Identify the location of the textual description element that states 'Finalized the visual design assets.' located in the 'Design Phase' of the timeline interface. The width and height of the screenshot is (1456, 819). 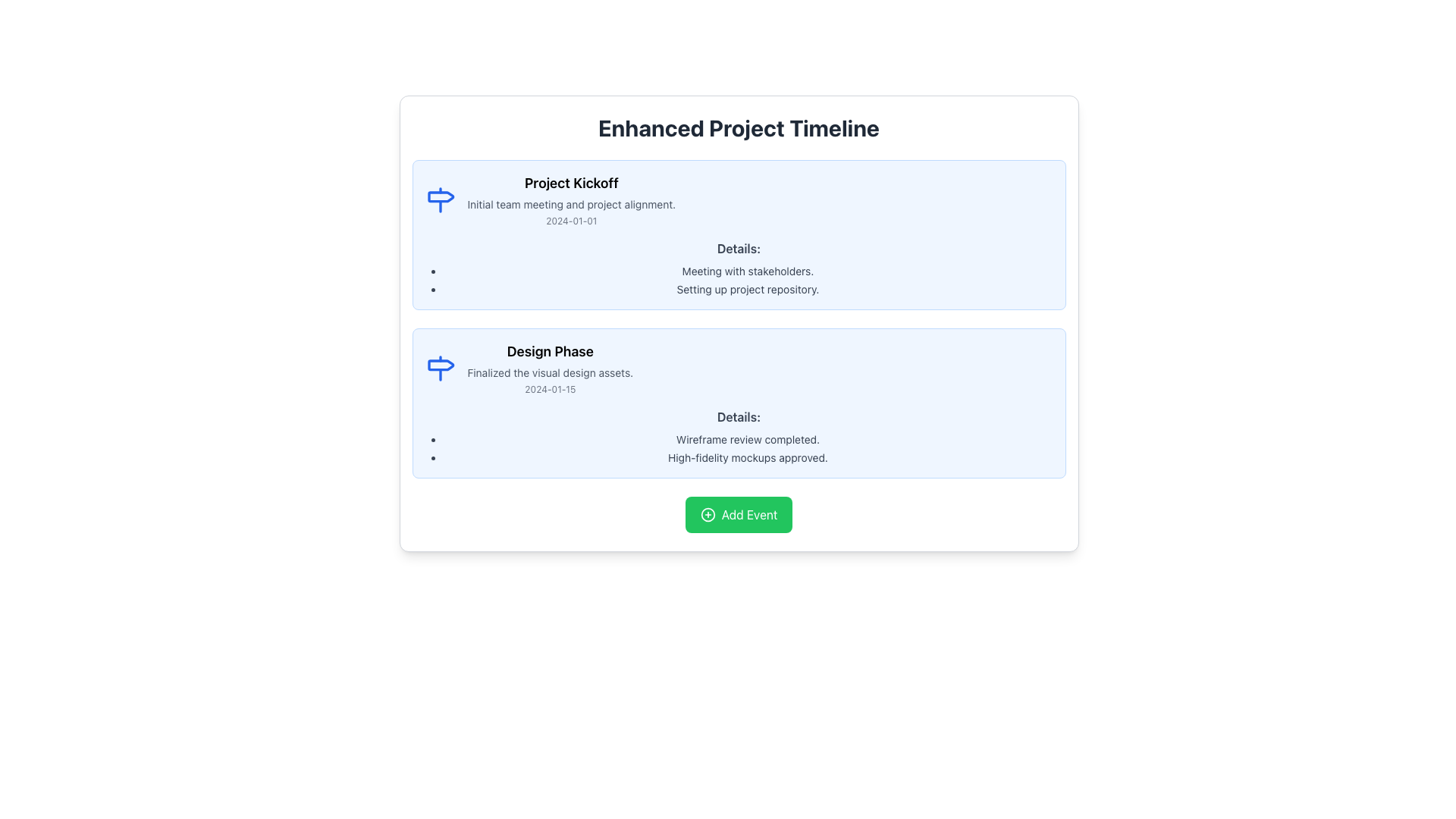
(549, 373).